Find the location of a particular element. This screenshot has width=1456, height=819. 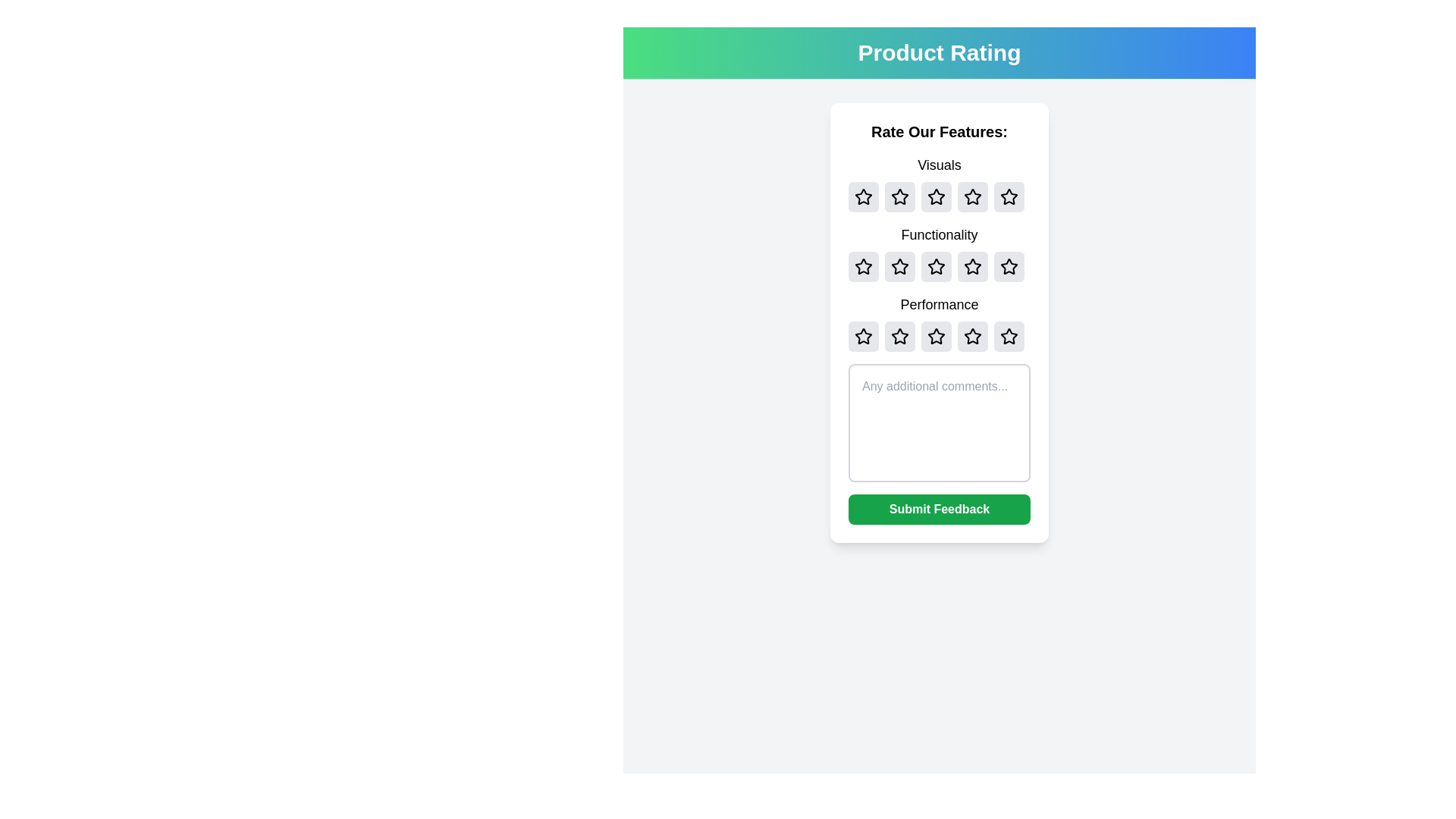

the first star icon in the 'Rate Our Features' section to rate 'Functionality' is located at coordinates (863, 265).